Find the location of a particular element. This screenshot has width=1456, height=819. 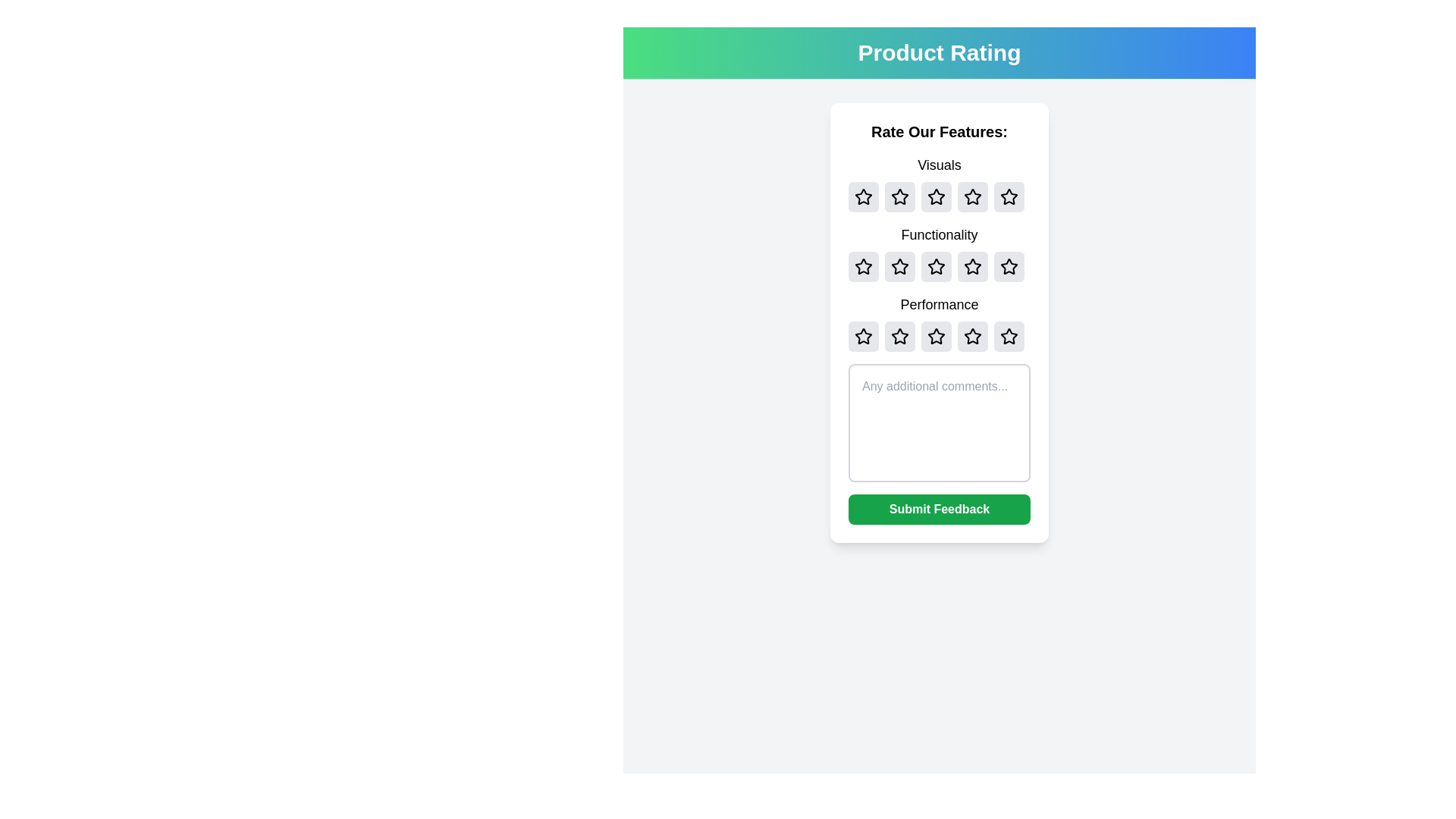

the first star icon in the 'Rate Our Features' section to rate 'Functionality' is located at coordinates (863, 265).